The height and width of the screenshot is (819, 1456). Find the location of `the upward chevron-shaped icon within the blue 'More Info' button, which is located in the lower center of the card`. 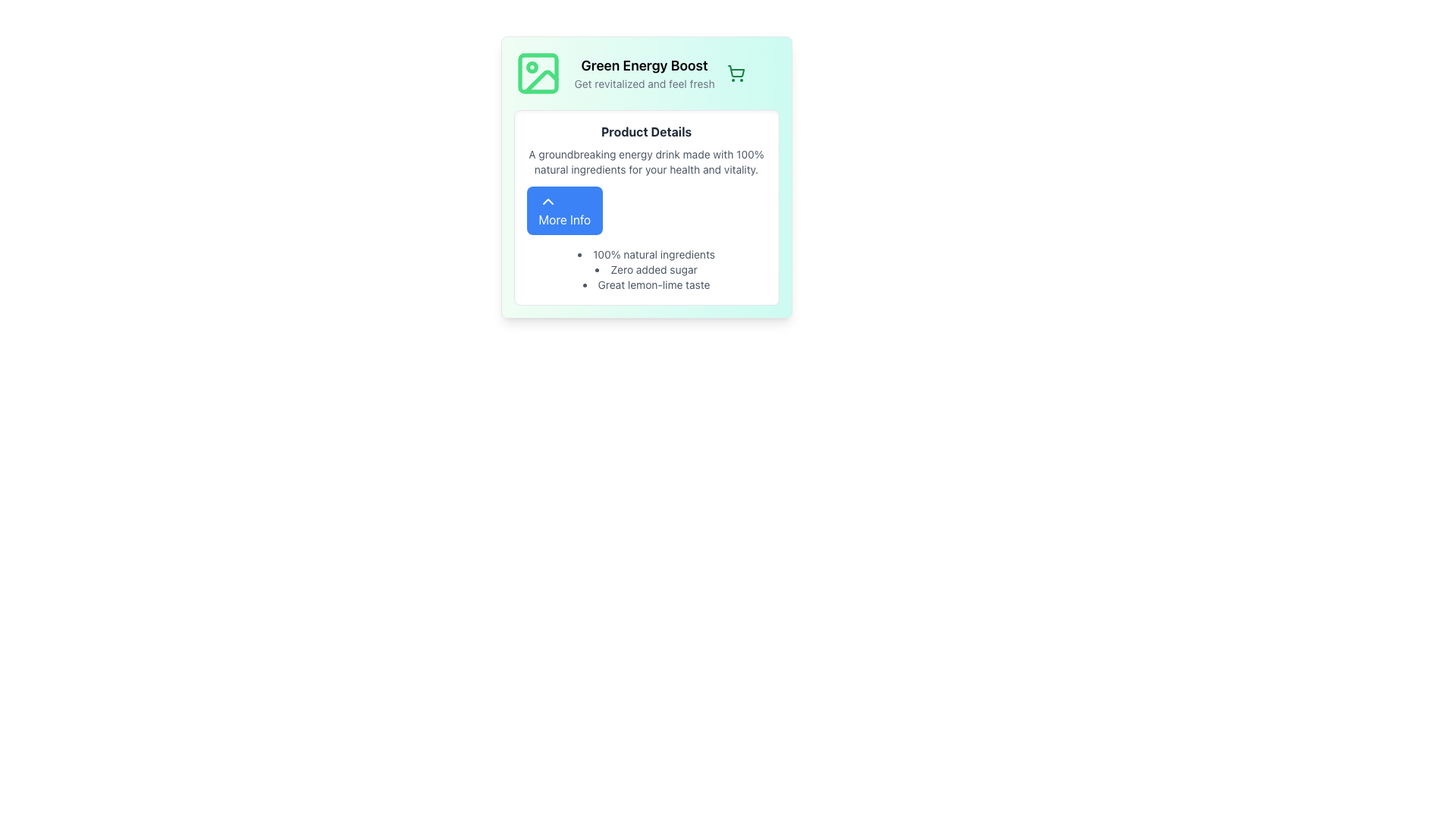

the upward chevron-shaped icon within the blue 'More Info' button, which is located in the lower center of the card is located at coordinates (547, 201).